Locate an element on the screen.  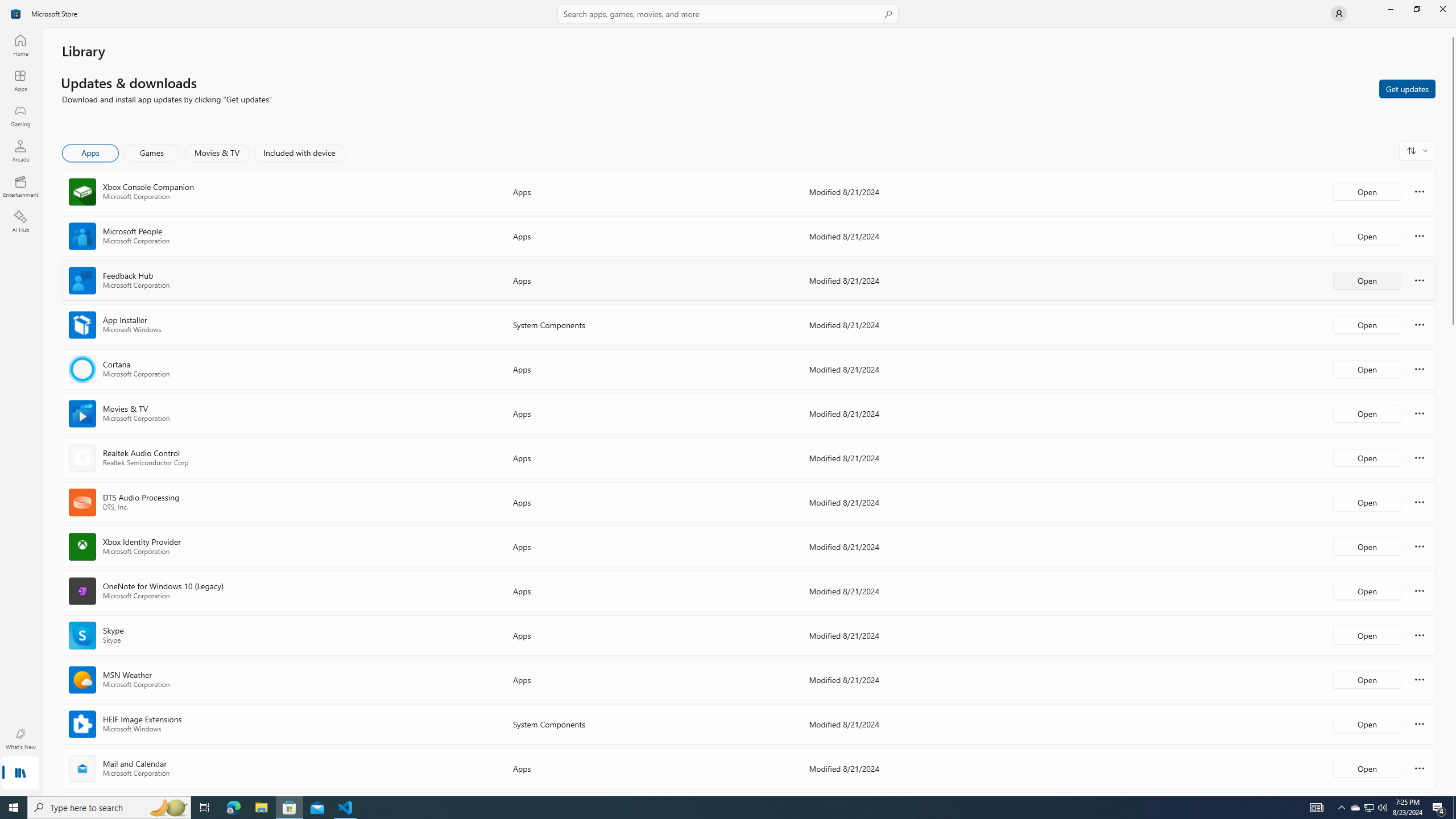
'Vertical' is located at coordinates (1451, 412).